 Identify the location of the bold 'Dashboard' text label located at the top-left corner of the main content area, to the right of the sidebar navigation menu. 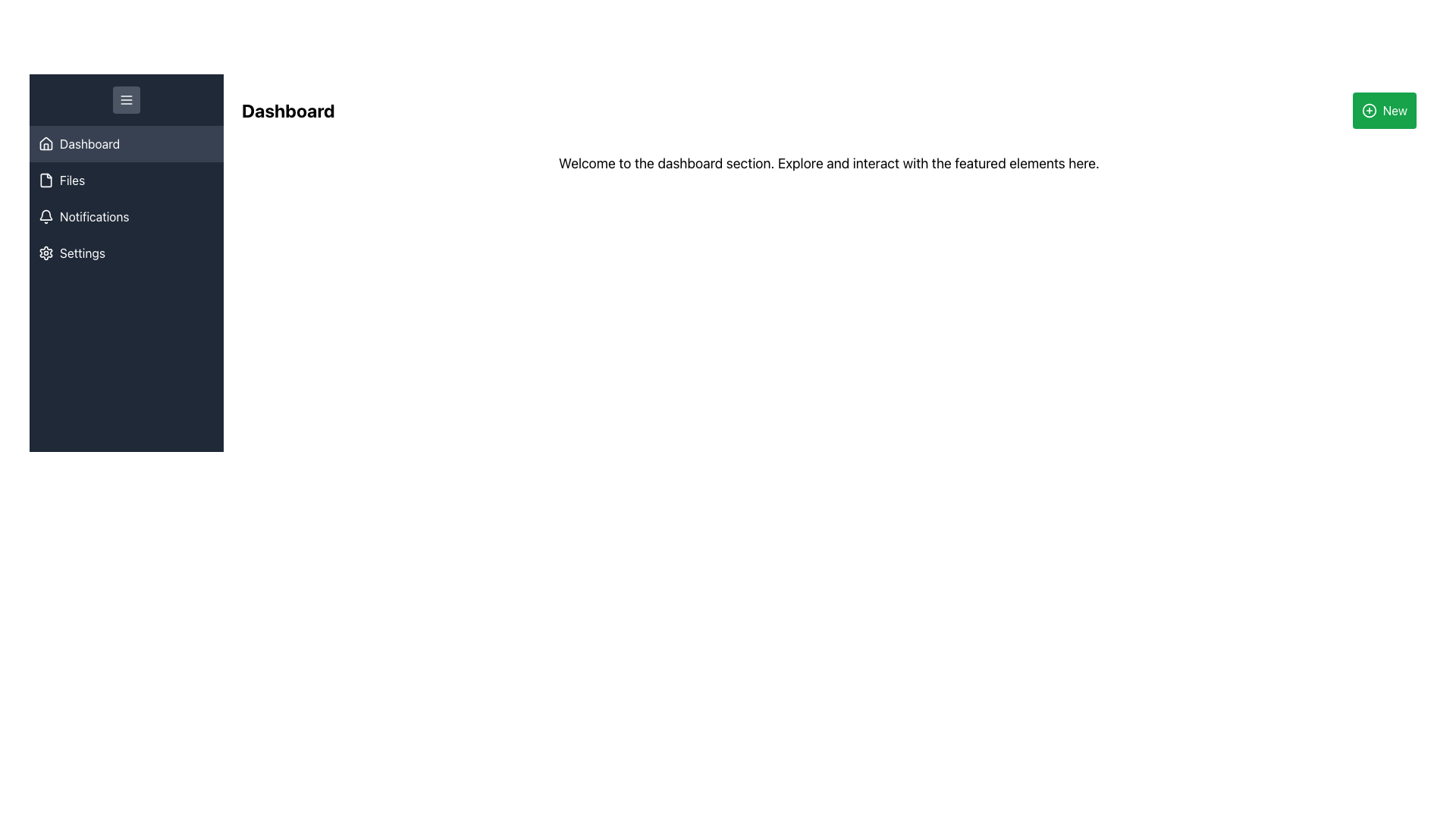
(288, 110).